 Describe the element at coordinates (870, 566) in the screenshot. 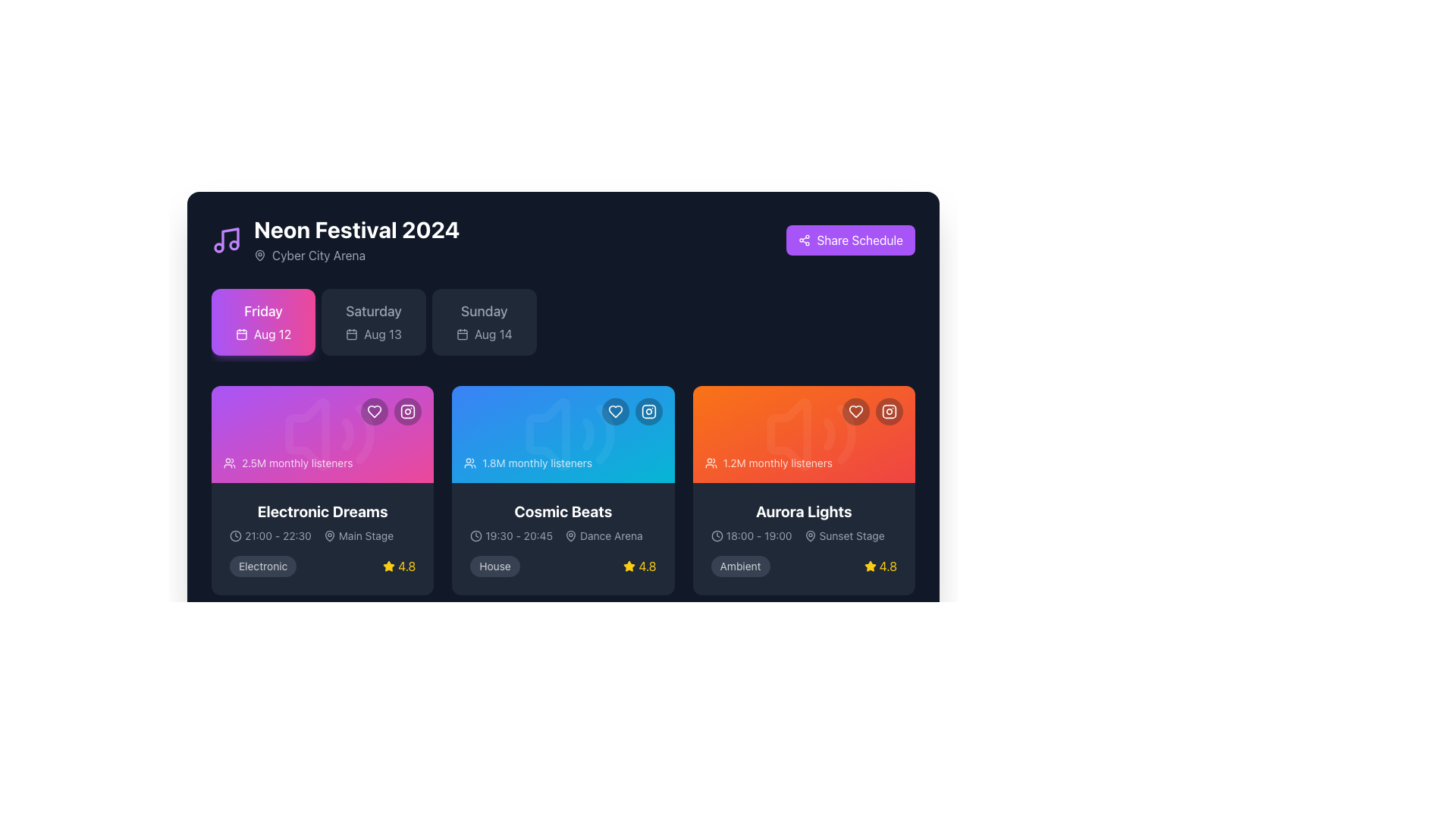

I see `the star-shaped icon with a yellow fill and dark outline located in the lower-right corner of the 'Aurora Lights' card, below the 'Ambient' tag and next to the rating score '4.8'` at that location.